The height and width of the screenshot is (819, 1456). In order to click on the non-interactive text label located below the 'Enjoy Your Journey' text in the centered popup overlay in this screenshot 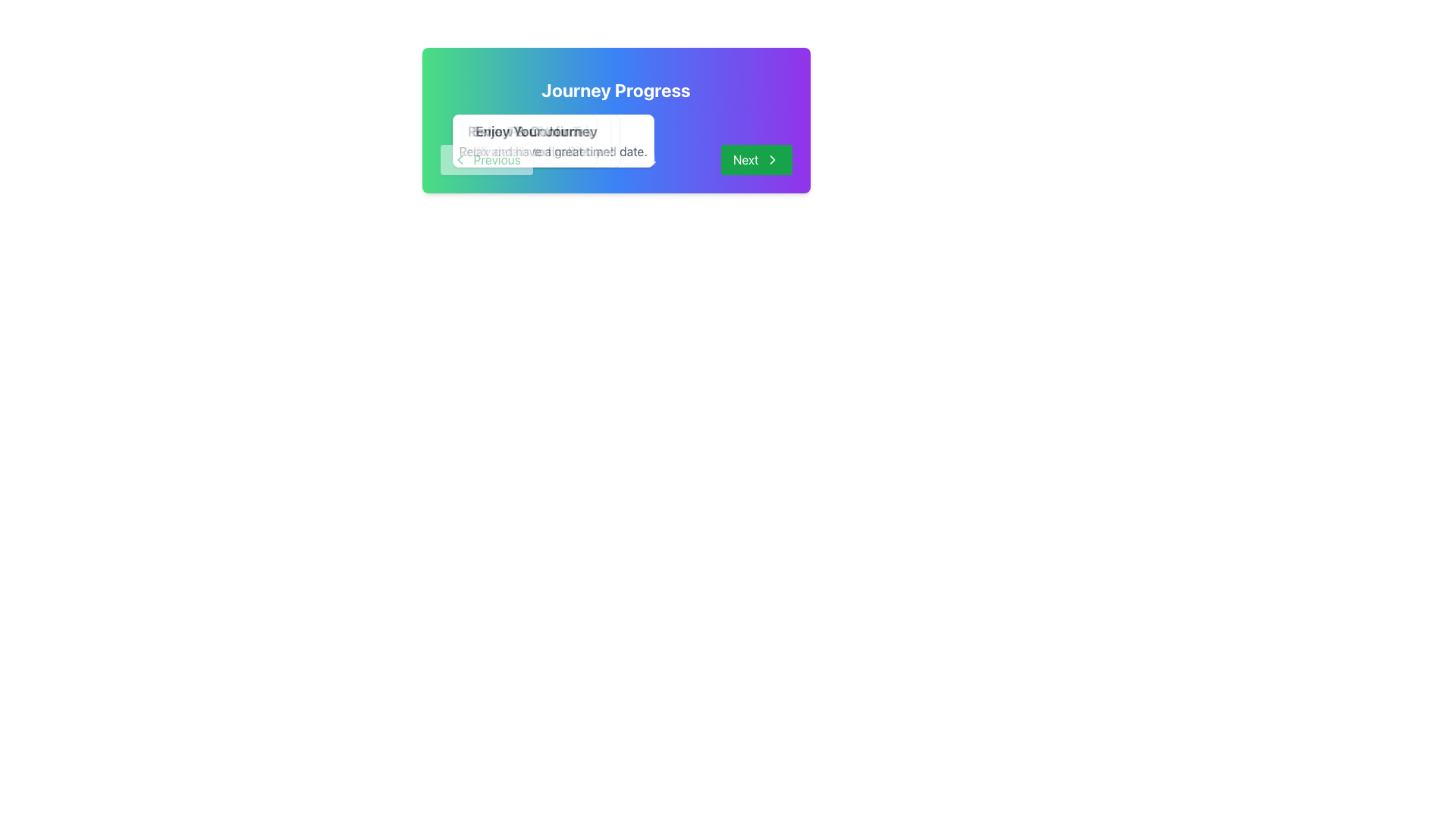, I will do `click(536, 152)`.